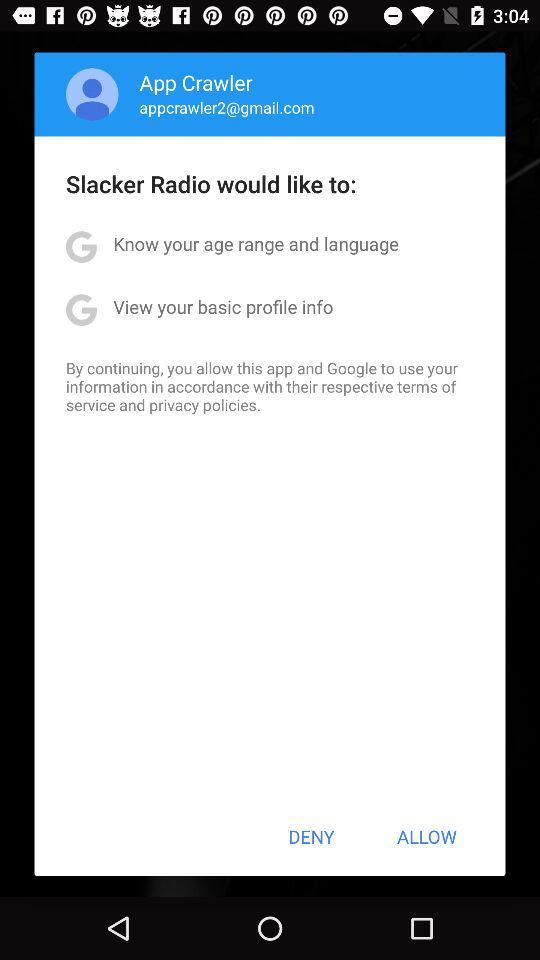 The height and width of the screenshot is (960, 540). Describe the element at coordinates (311, 836) in the screenshot. I see `icon at the bottom` at that location.